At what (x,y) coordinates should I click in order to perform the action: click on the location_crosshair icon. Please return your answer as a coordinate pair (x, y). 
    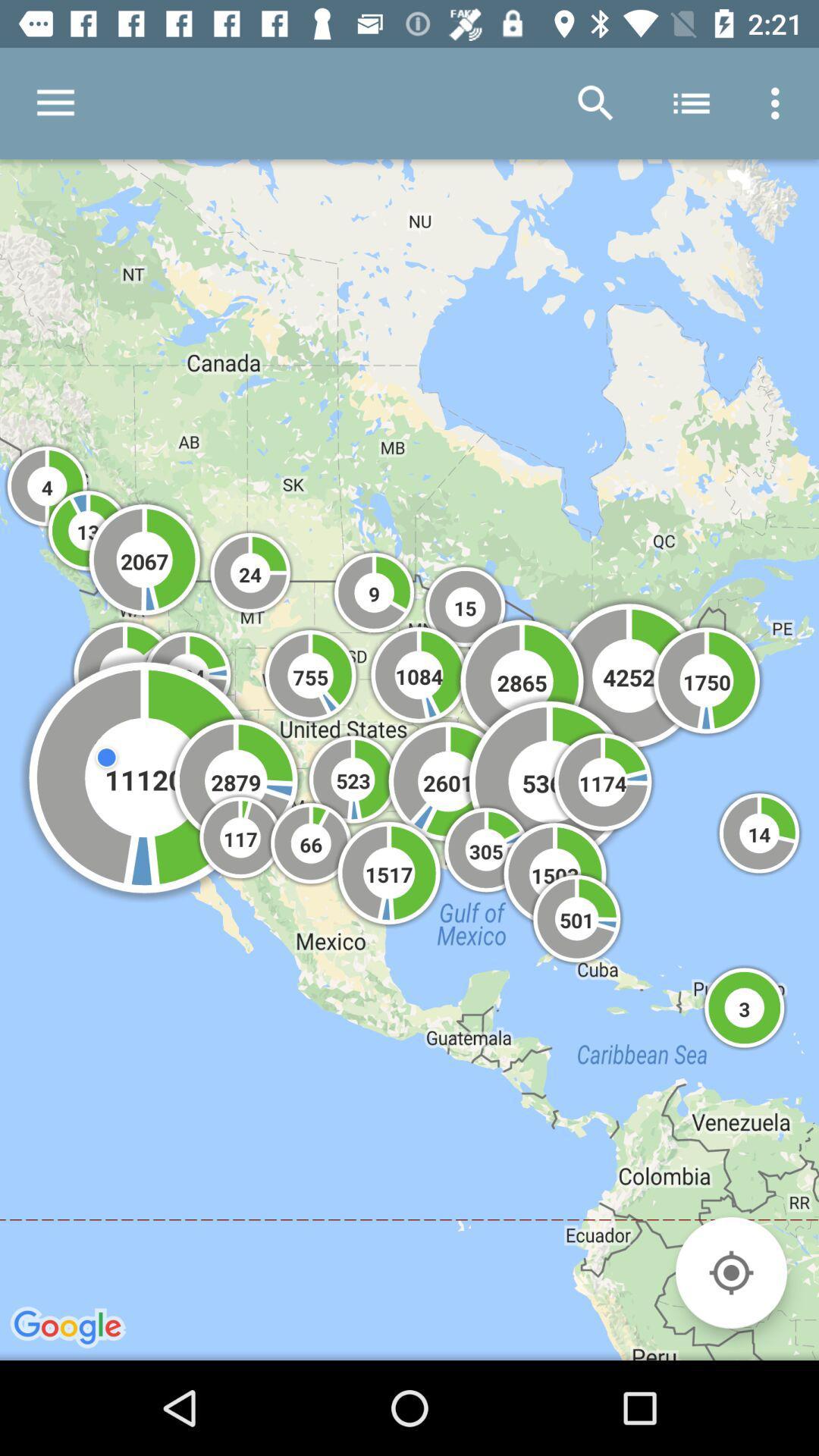
    Looking at the image, I should click on (730, 1272).